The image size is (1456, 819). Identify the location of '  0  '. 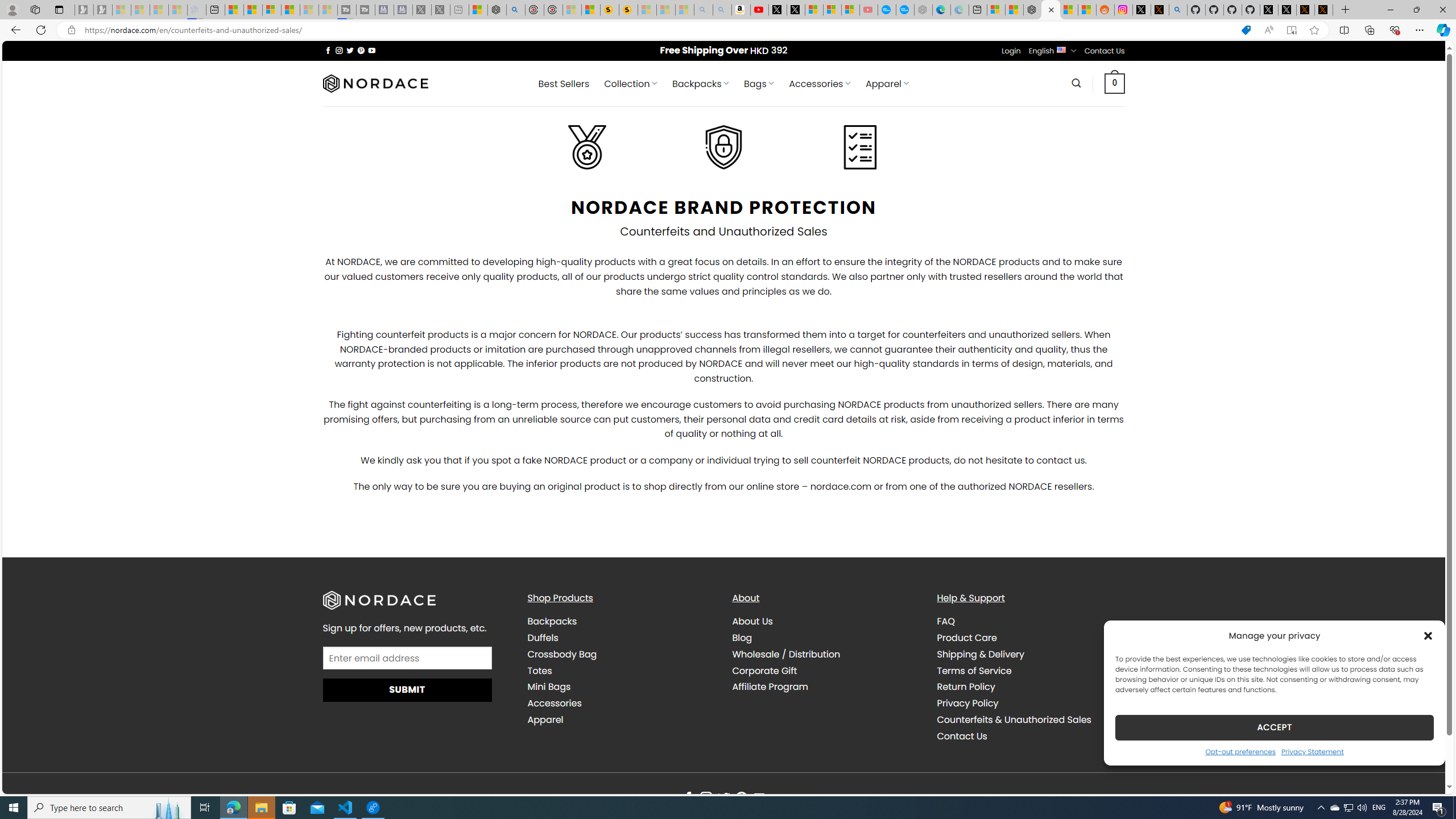
(1115, 82).